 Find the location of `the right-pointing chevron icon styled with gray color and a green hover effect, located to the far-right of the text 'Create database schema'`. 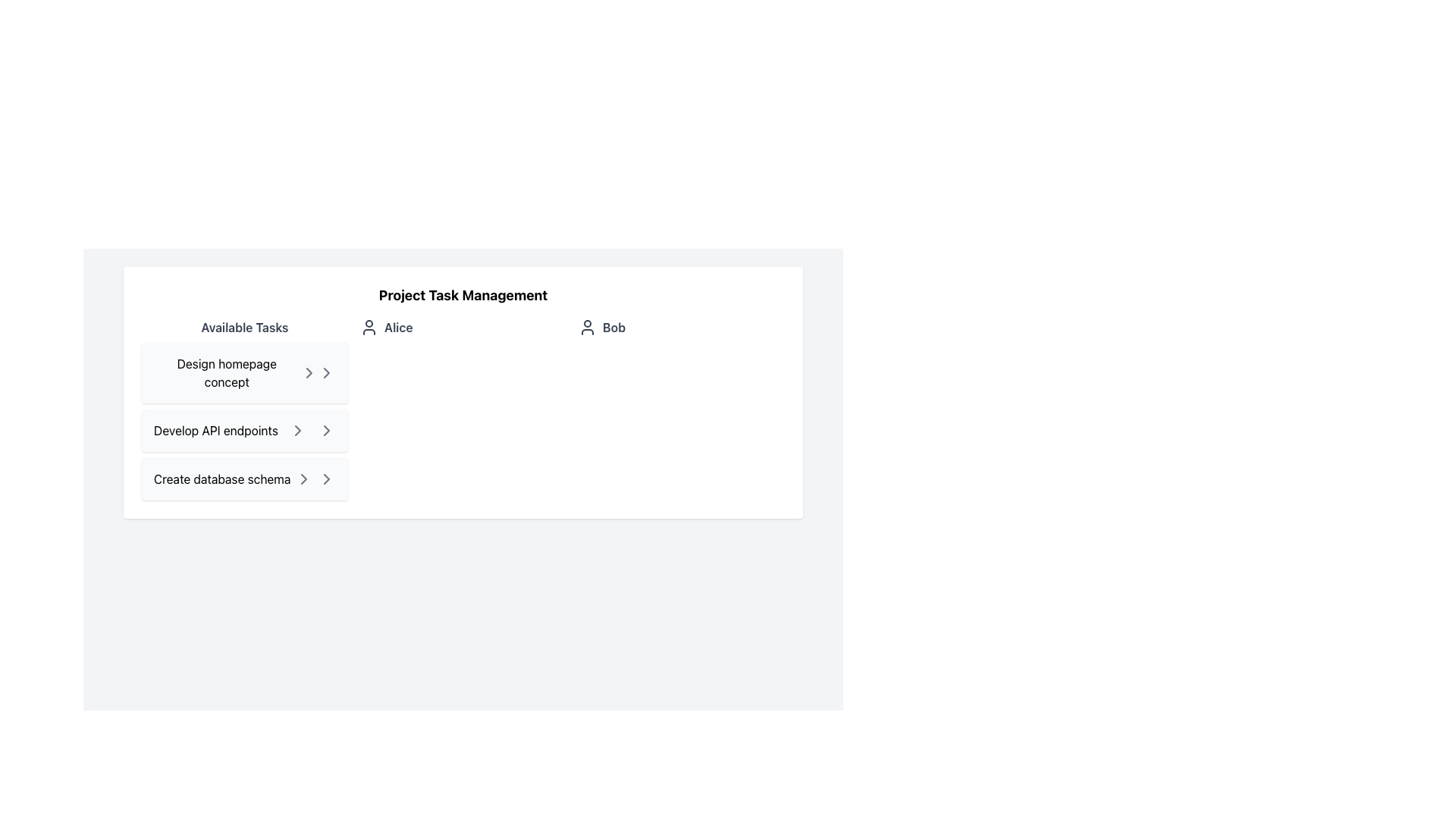

the right-pointing chevron icon styled with gray color and a green hover effect, located to the far-right of the text 'Create database schema' is located at coordinates (303, 479).